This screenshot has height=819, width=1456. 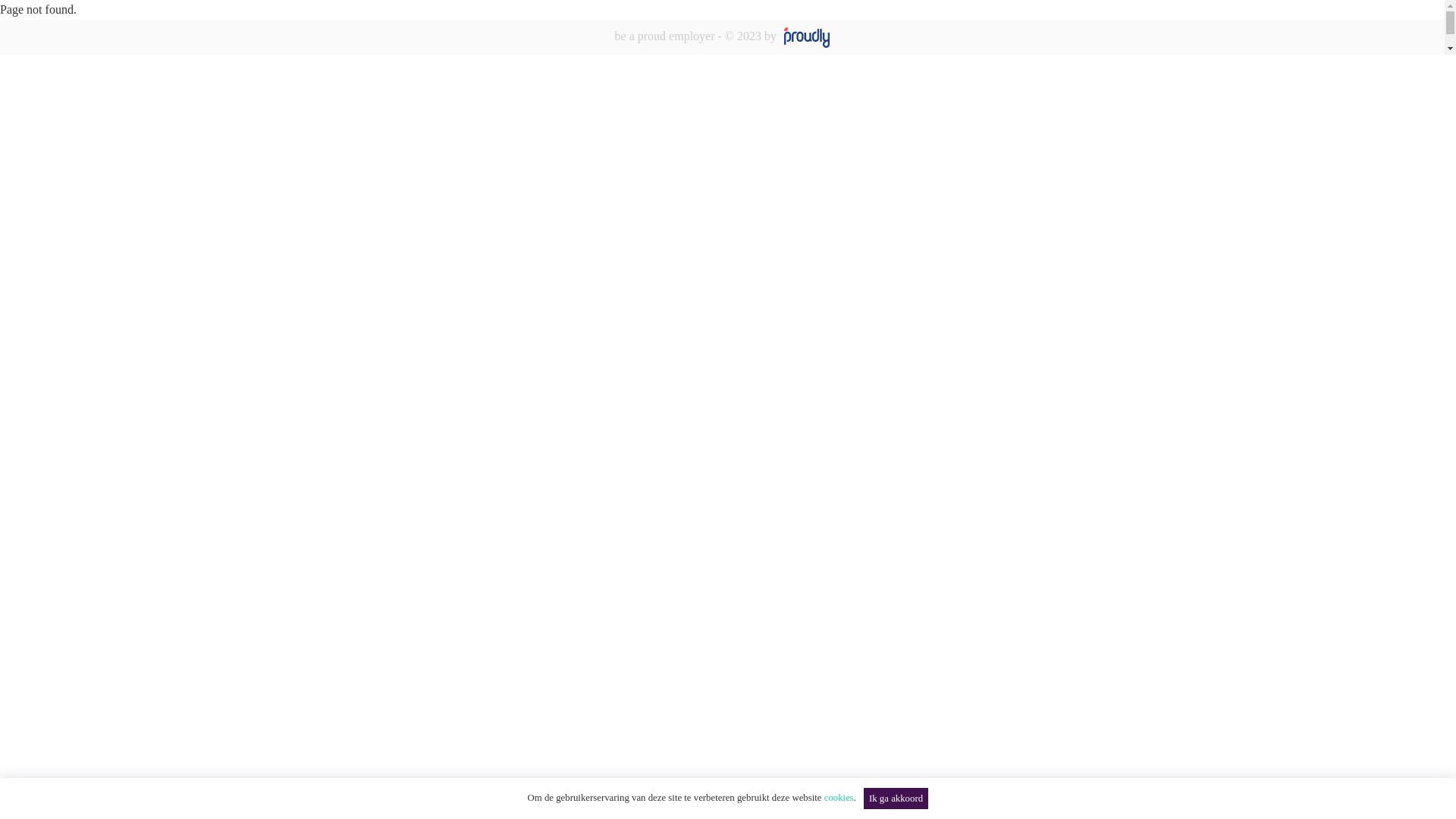 I want to click on 'cookies', so click(x=838, y=797).